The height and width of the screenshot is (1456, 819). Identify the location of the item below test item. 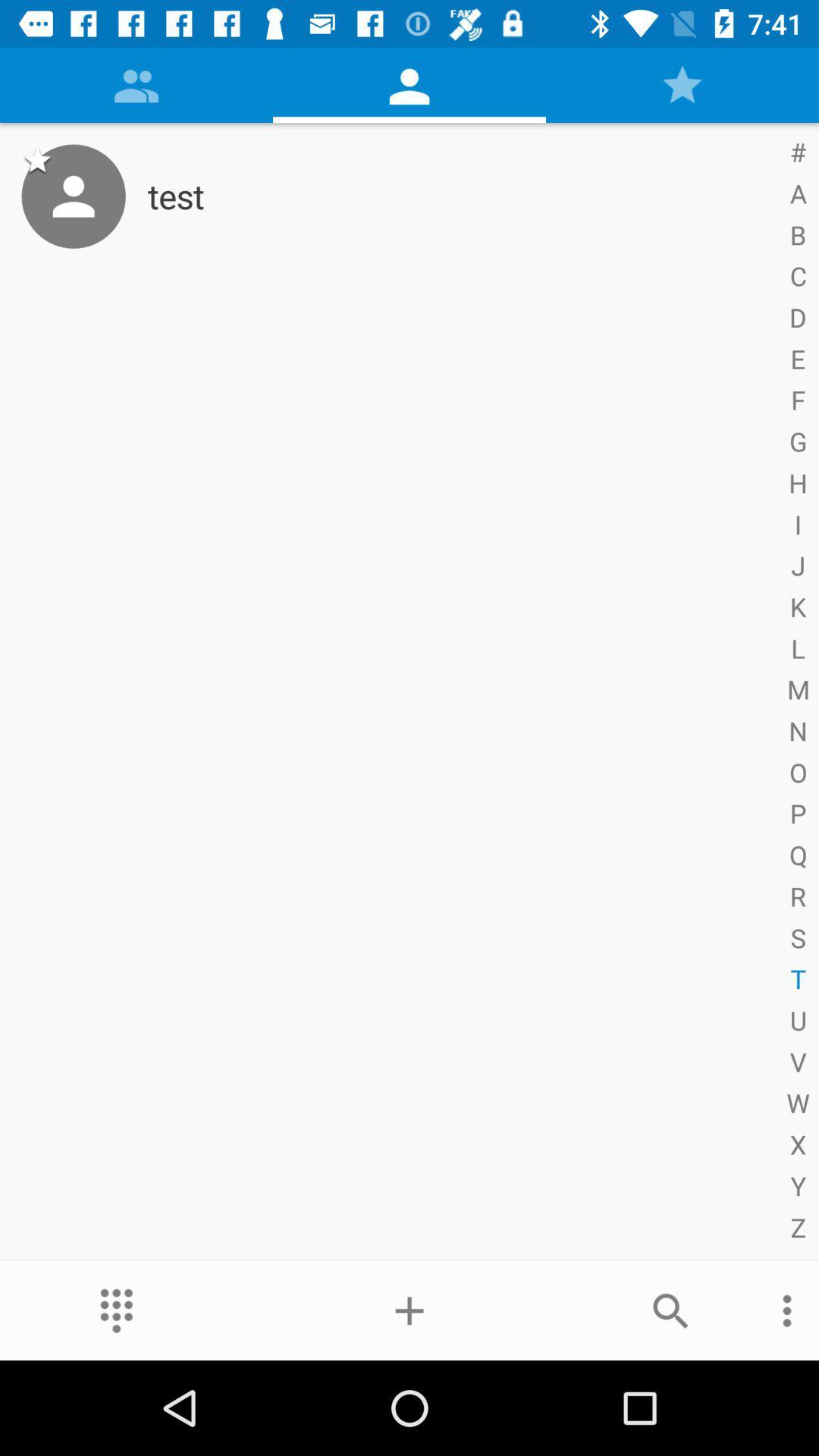
(670, 1310).